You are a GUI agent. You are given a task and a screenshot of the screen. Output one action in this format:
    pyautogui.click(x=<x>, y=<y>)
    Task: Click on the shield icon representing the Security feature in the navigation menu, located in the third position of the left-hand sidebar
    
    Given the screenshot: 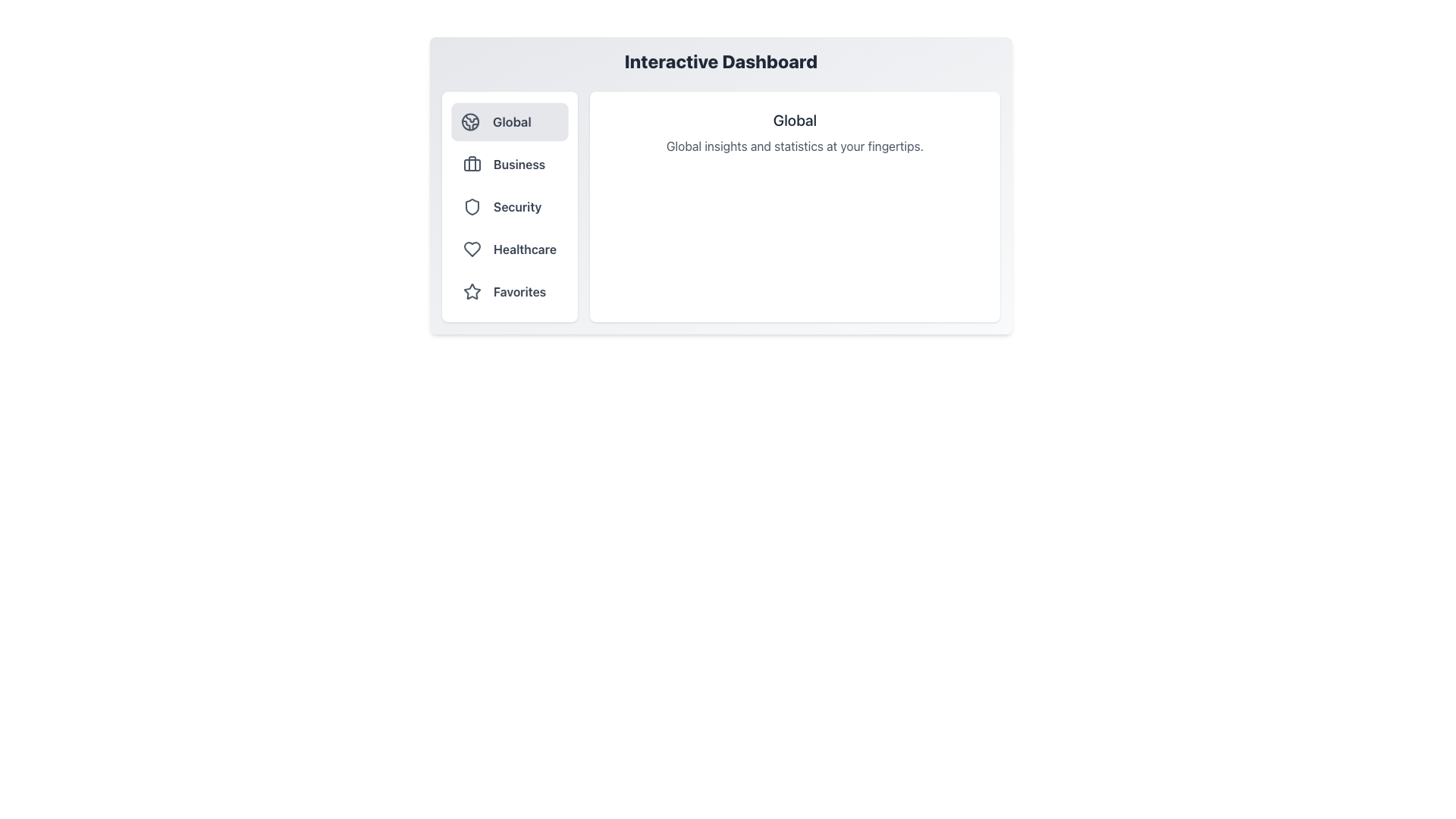 What is the action you would take?
    pyautogui.click(x=472, y=207)
    